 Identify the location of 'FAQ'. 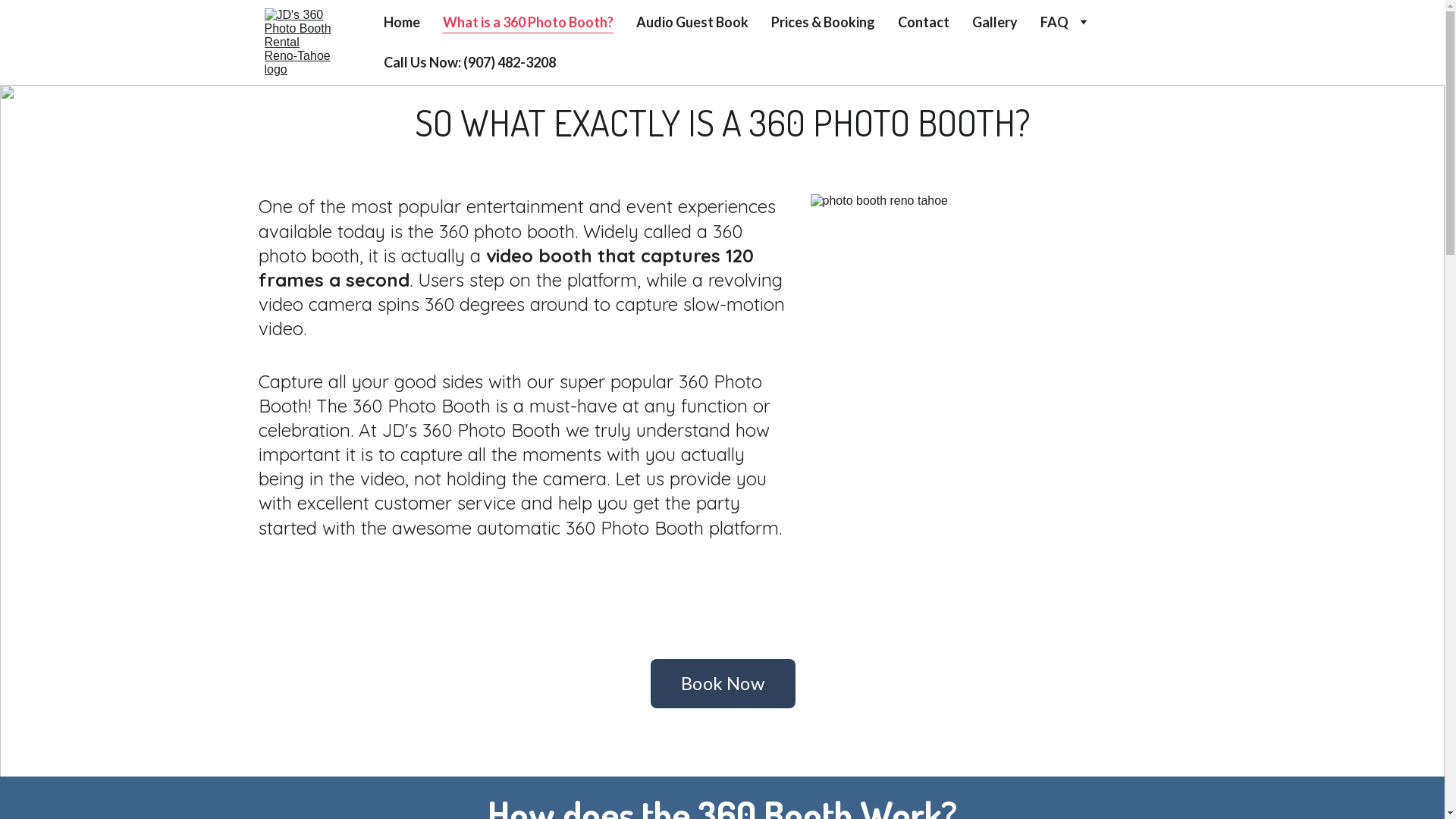
(1053, 22).